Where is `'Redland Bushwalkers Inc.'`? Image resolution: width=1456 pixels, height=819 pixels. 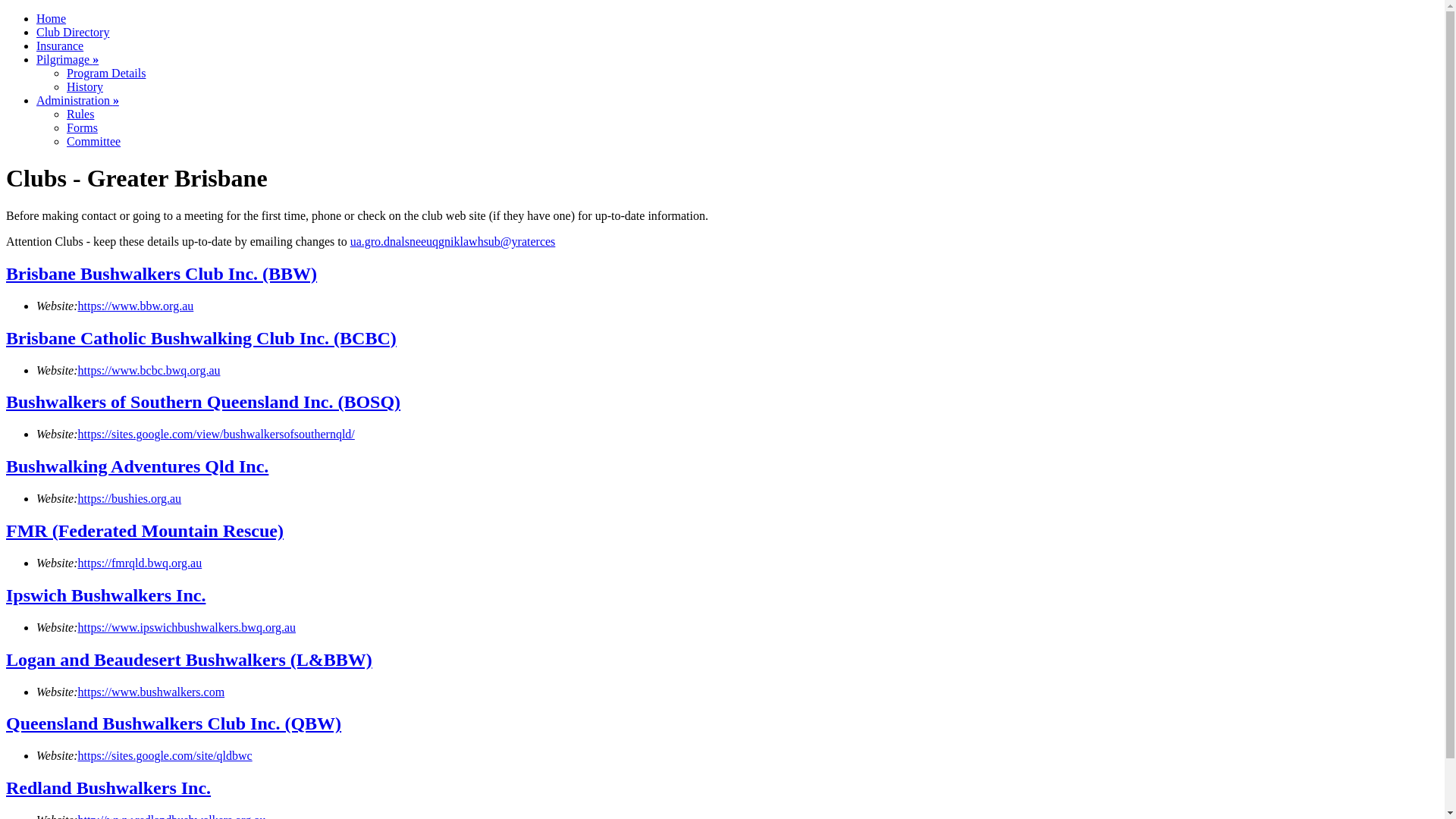
'Redland Bushwalkers Inc.' is located at coordinates (108, 786).